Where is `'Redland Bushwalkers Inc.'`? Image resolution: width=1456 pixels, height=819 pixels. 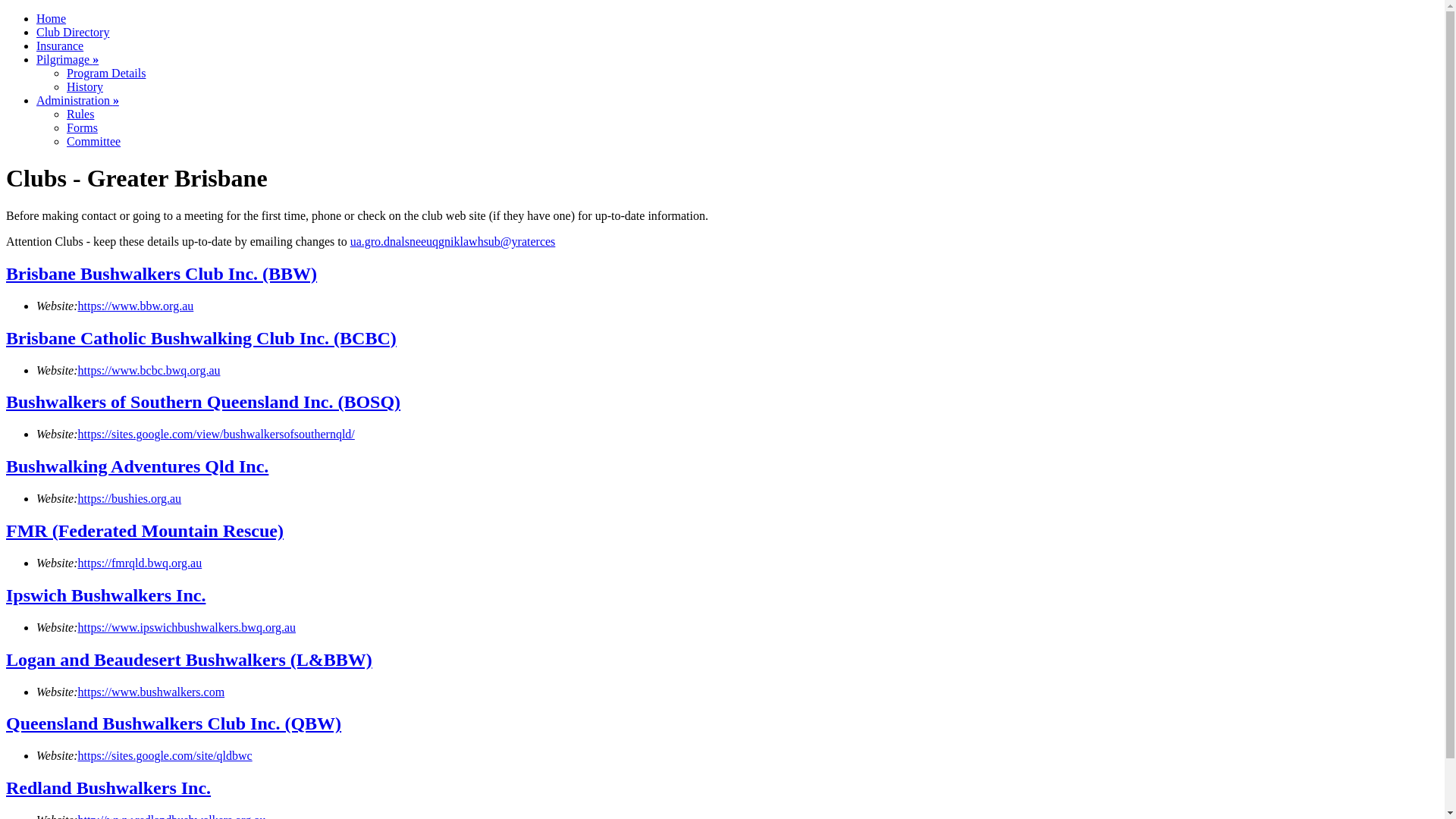
'Redland Bushwalkers Inc.' is located at coordinates (108, 786).